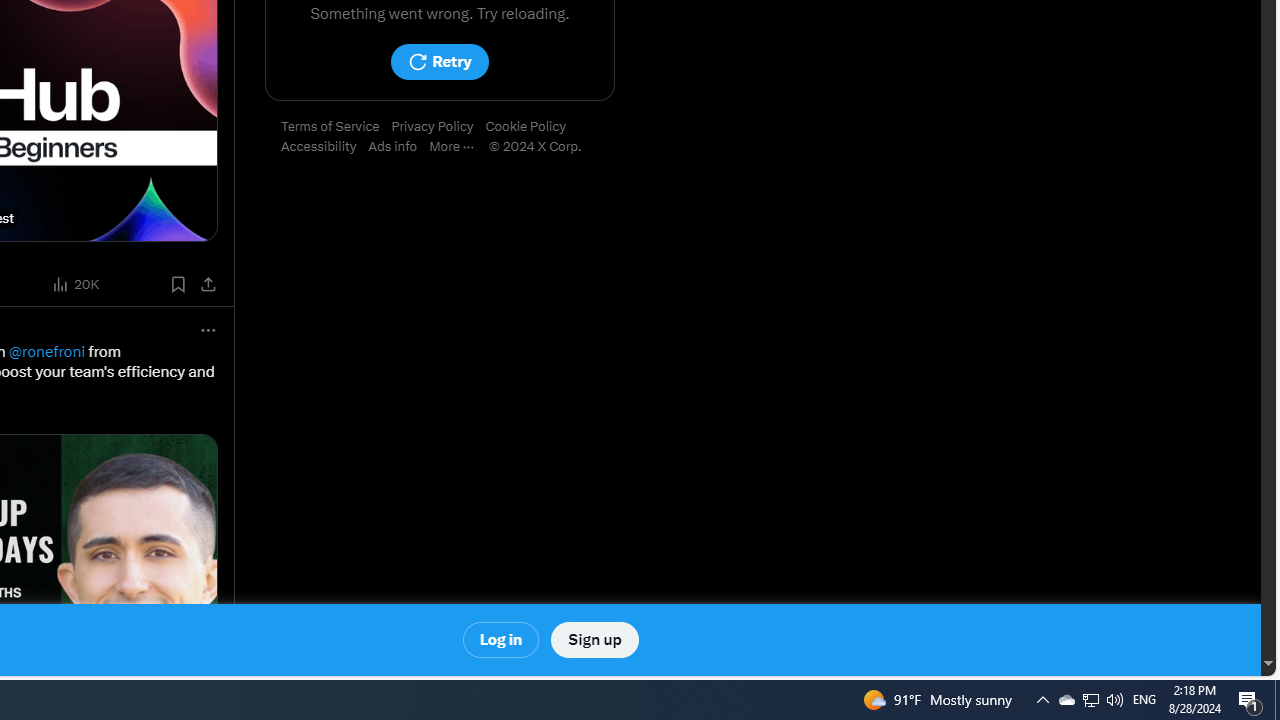  Describe the element at coordinates (325, 146) in the screenshot. I see `'Accessibility'` at that location.